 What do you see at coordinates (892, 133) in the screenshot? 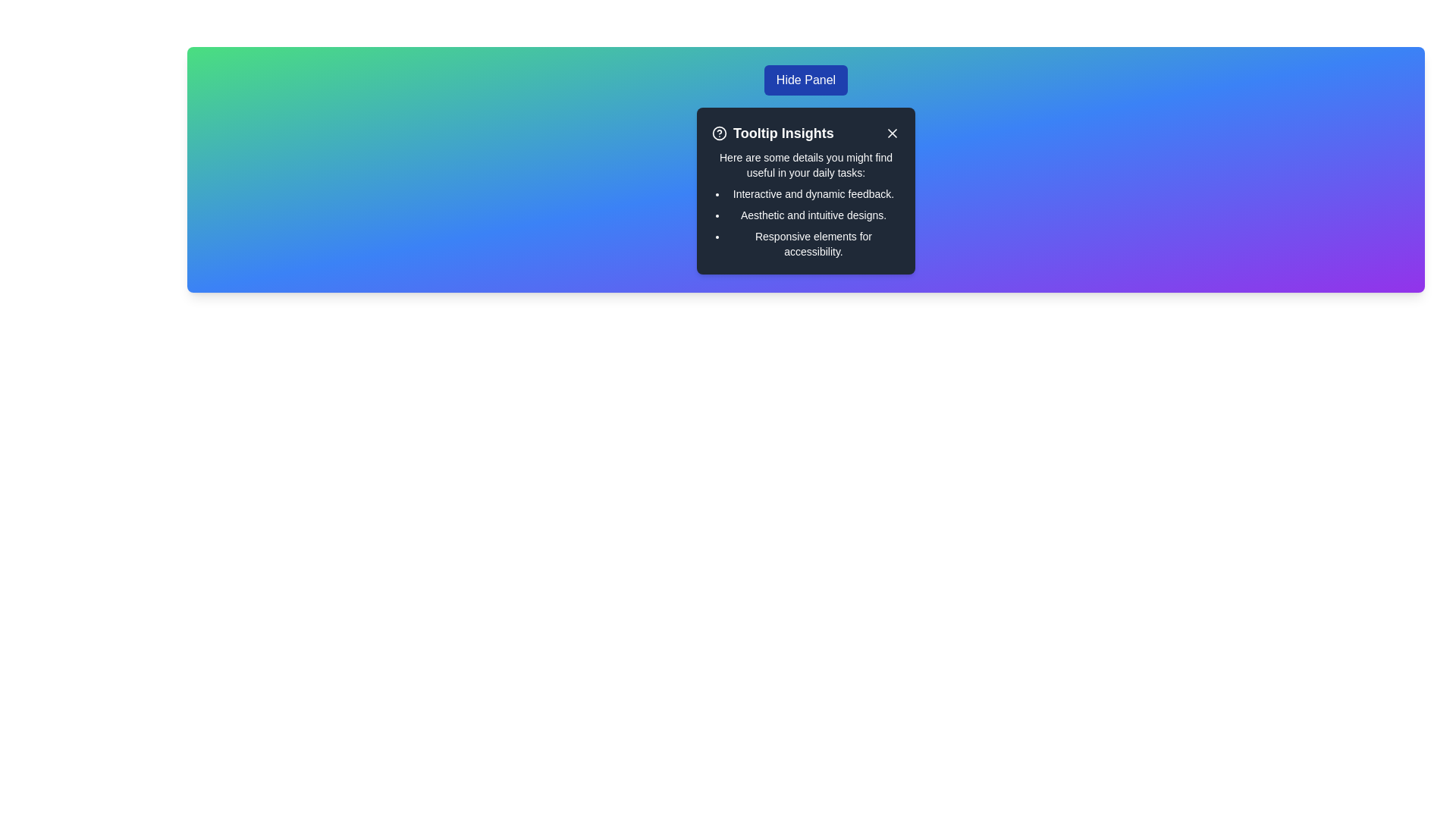
I see `the close icon (×) located at the top-right corner of the 'Tooltip Insights' tooltip` at bounding box center [892, 133].